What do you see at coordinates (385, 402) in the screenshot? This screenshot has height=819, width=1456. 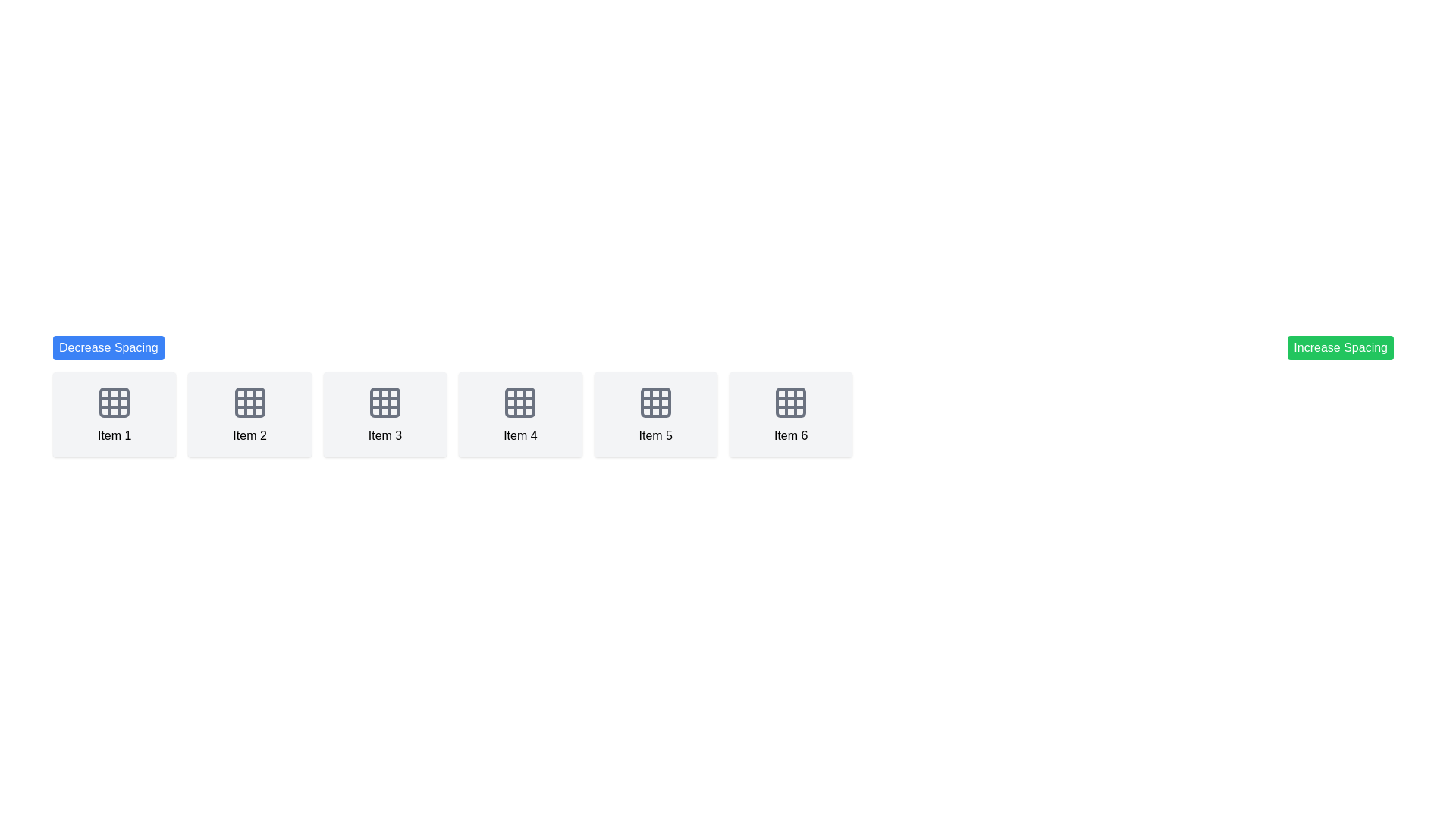 I see `the grid icon representing 'Item 3', which consists of a 3x3 matrix of smaller square cells with rounded corners and a gray color` at bounding box center [385, 402].